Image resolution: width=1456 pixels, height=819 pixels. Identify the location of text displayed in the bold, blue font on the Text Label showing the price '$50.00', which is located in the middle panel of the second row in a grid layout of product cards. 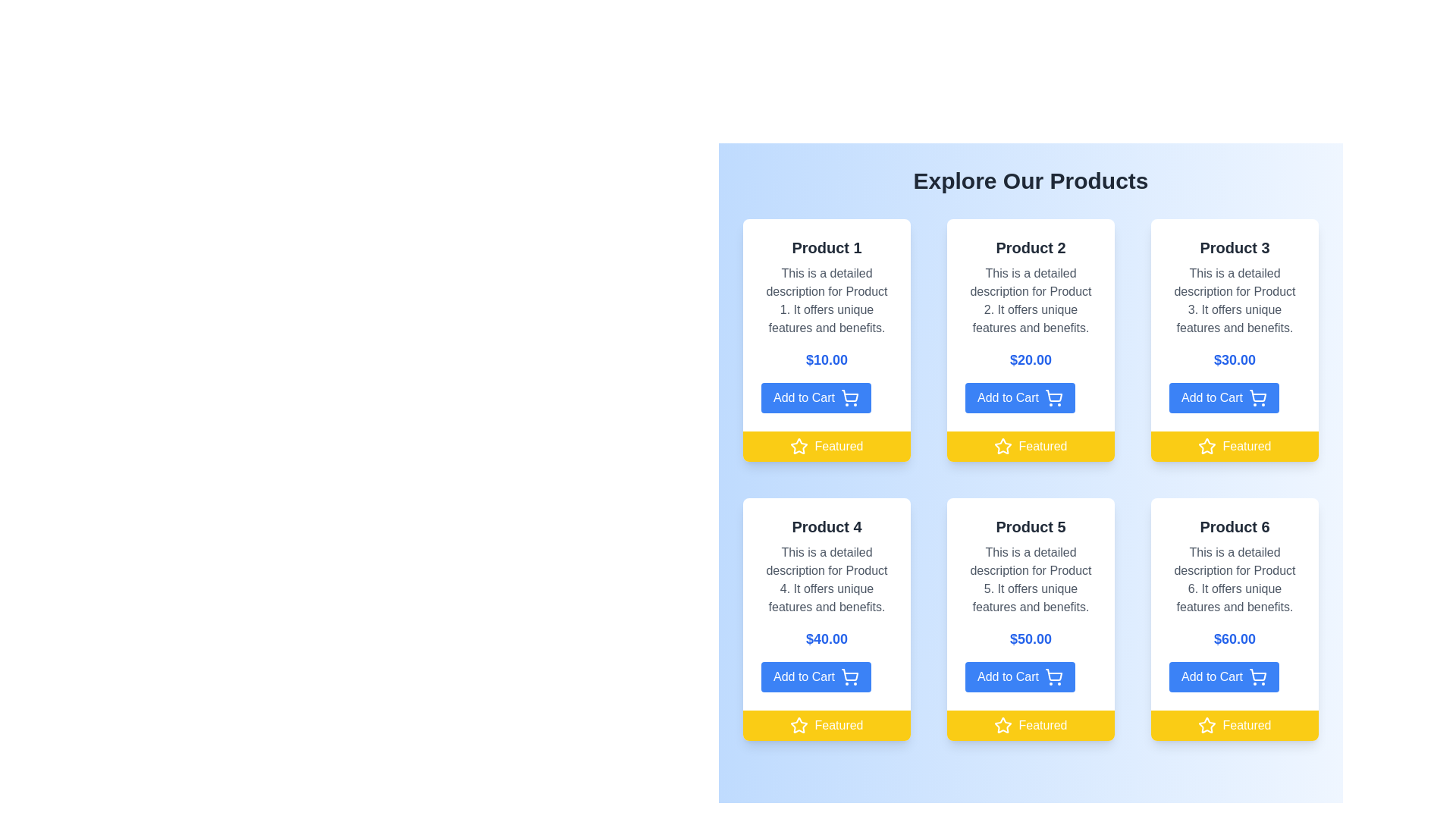
(1031, 639).